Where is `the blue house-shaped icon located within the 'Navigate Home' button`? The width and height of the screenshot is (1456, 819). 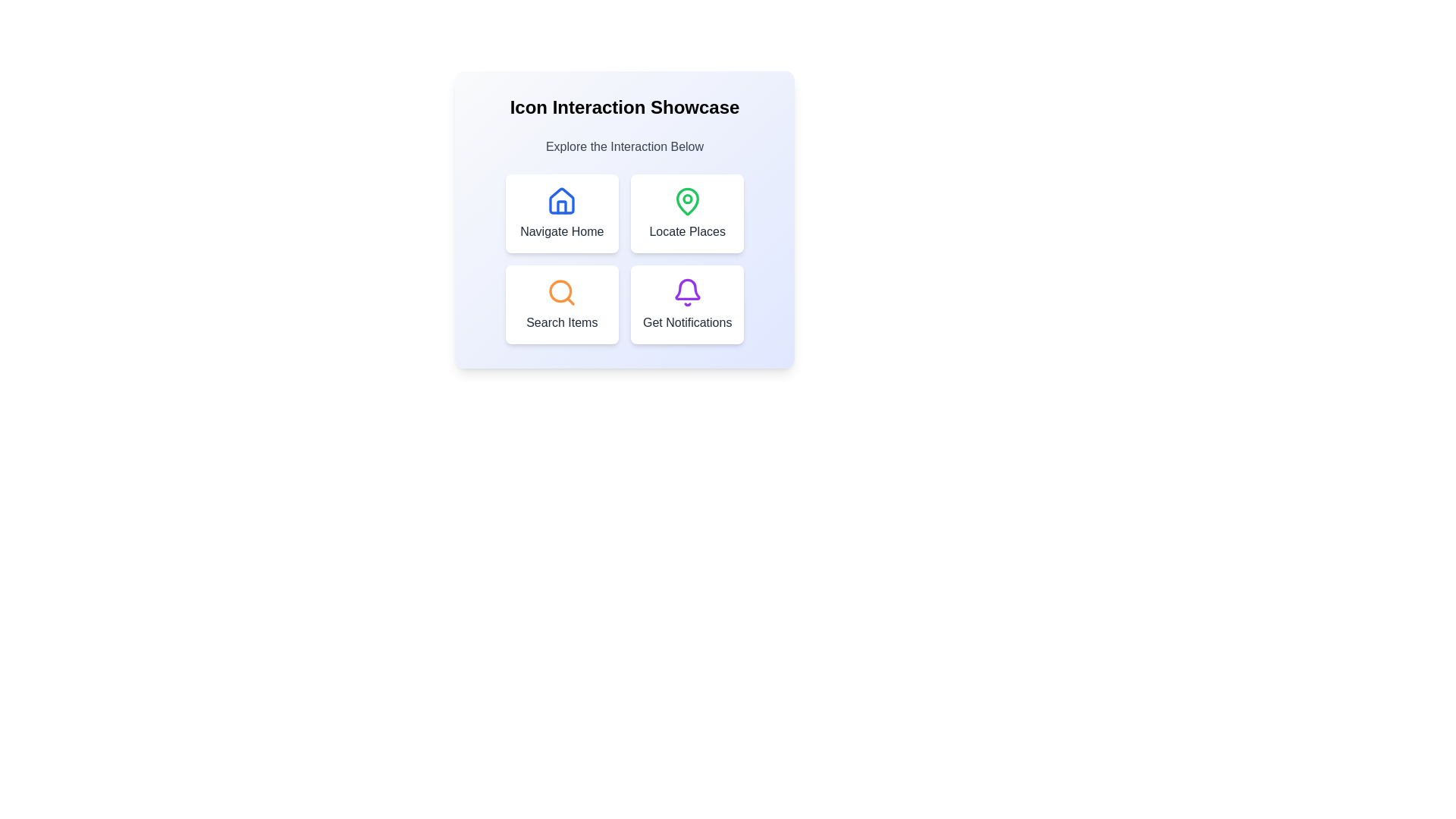 the blue house-shaped icon located within the 'Navigate Home' button is located at coordinates (561, 200).